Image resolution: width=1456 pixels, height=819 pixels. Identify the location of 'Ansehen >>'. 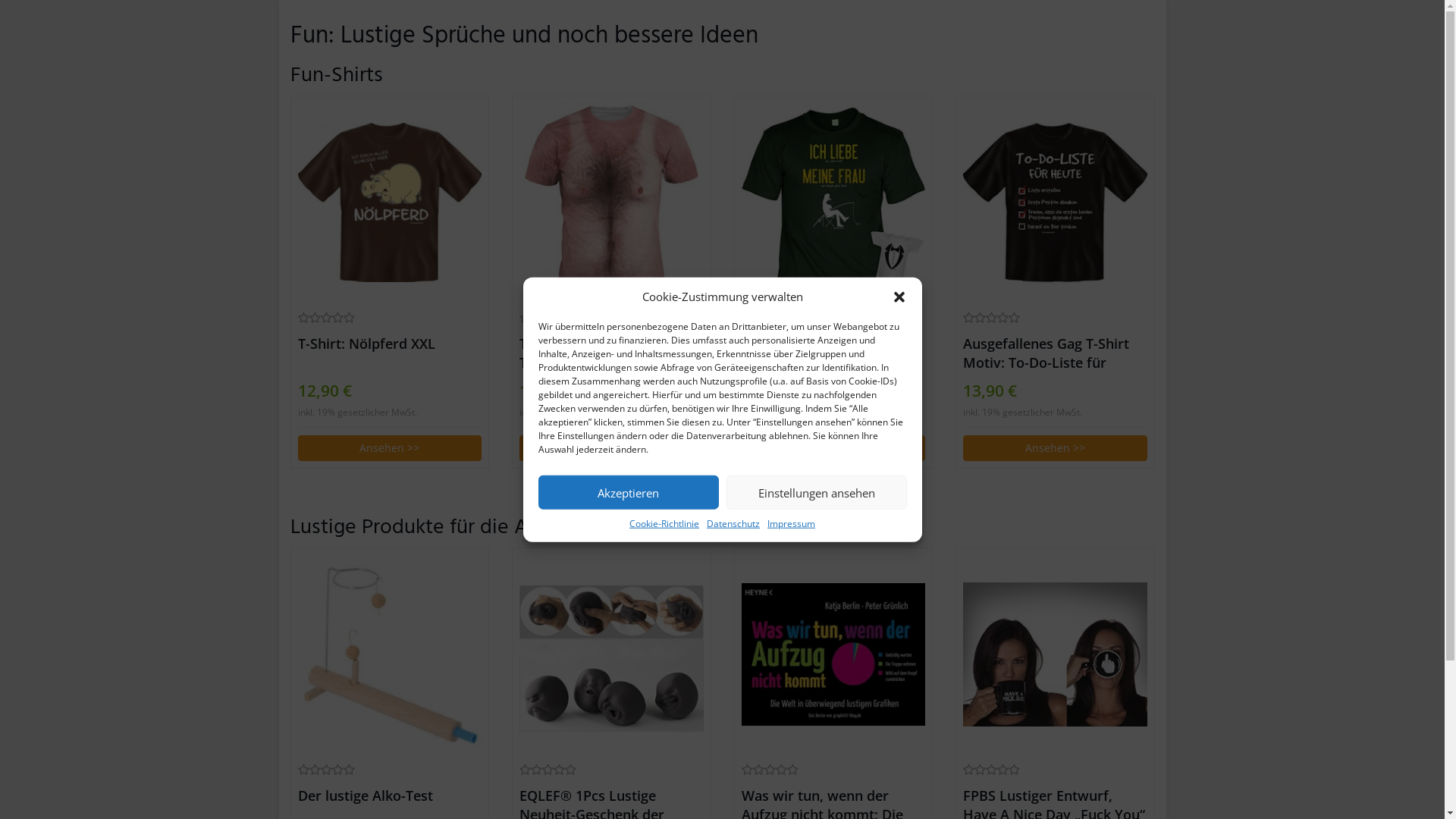
(833, 447).